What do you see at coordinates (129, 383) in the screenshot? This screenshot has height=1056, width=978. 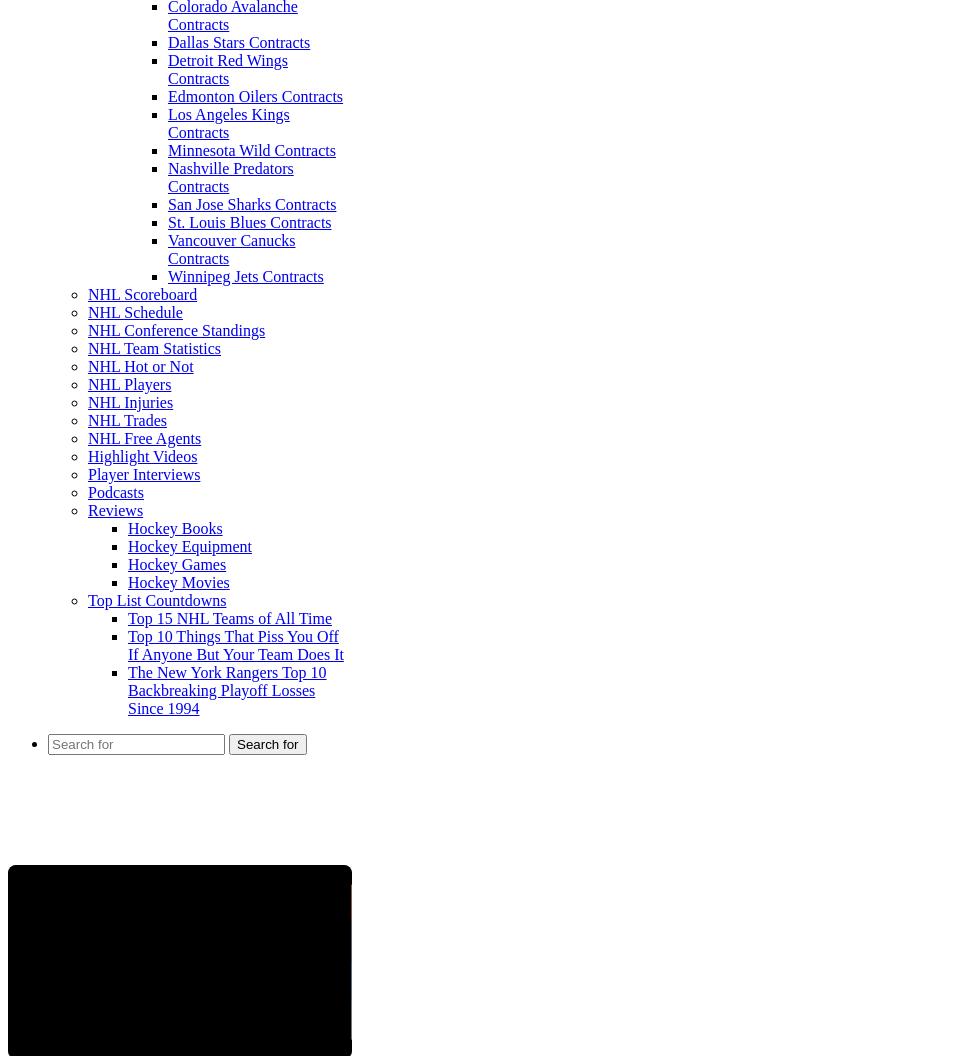 I see `'NHL Players'` at bounding box center [129, 383].